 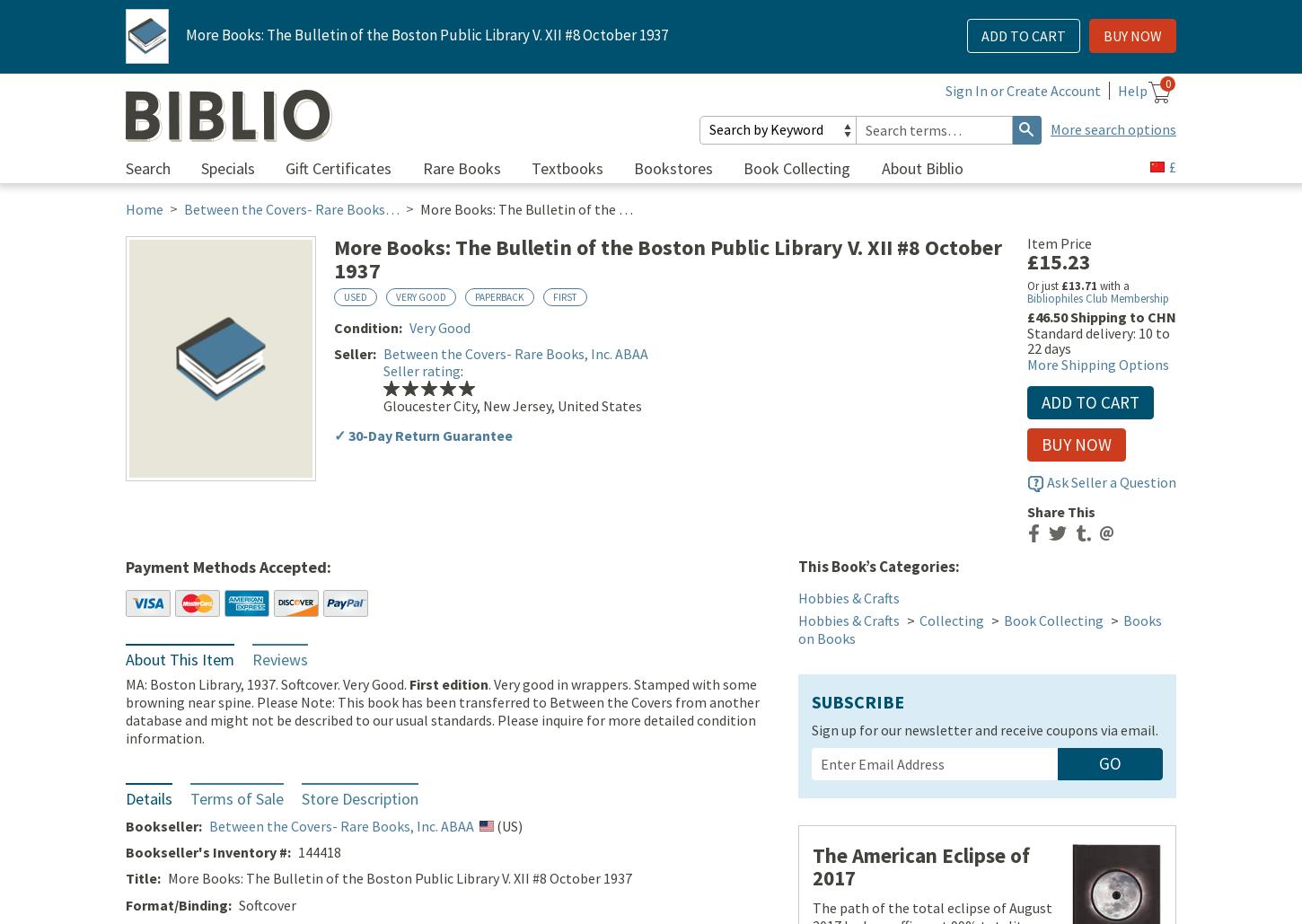 What do you see at coordinates (125, 827) in the screenshot?
I see `'Bookseller'` at bounding box center [125, 827].